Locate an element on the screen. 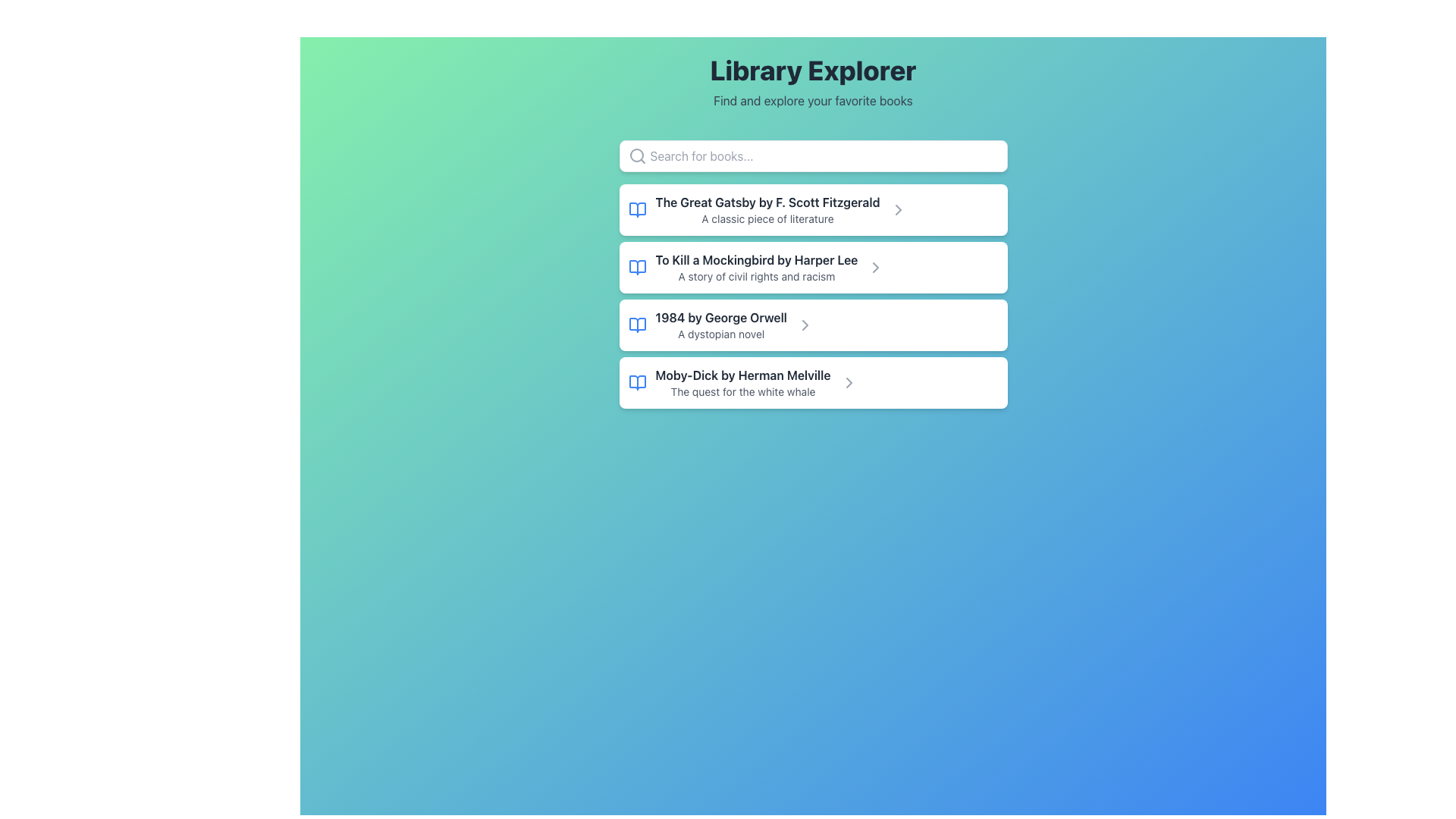 The image size is (1456, 819). the circular gray magnifying glass icon located inside the search input field, just left of the placeholder text 'Search for books...' to interact with the decorative area is located at coordinates (637, 155).